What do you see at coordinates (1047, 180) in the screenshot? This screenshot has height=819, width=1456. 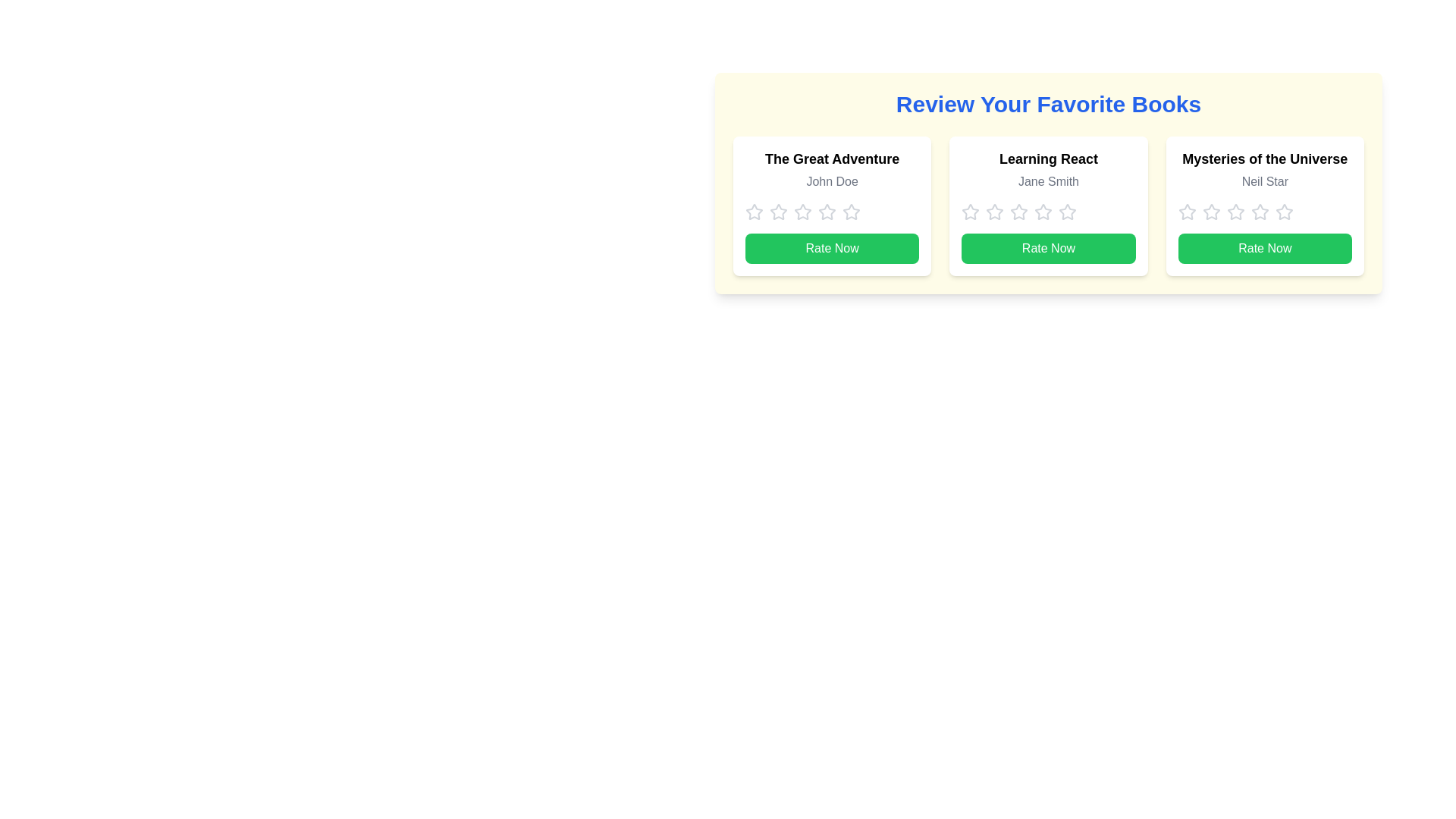 I see `the static text label 'Jane Smith' located below the title 'Learning React' on the second card in the 'Review Your Favorite Books' section` at bounding box center [1047, 180].